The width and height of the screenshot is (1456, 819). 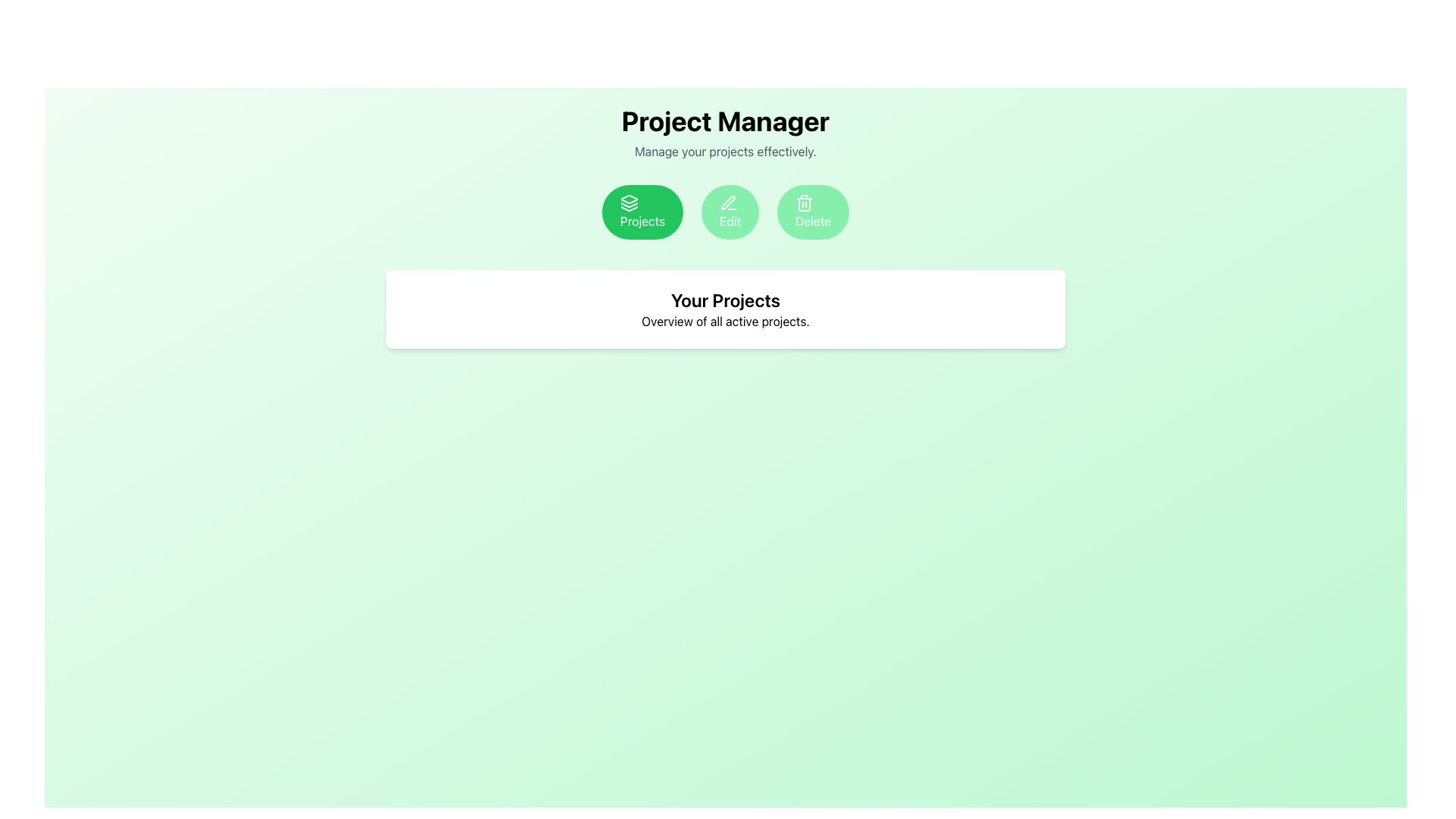 What do you see at coordinates (724, 321) in the screenshot?
I see `the informational Text label located beneath the 'Your Projects' heading` at bounding box center [724, 321].